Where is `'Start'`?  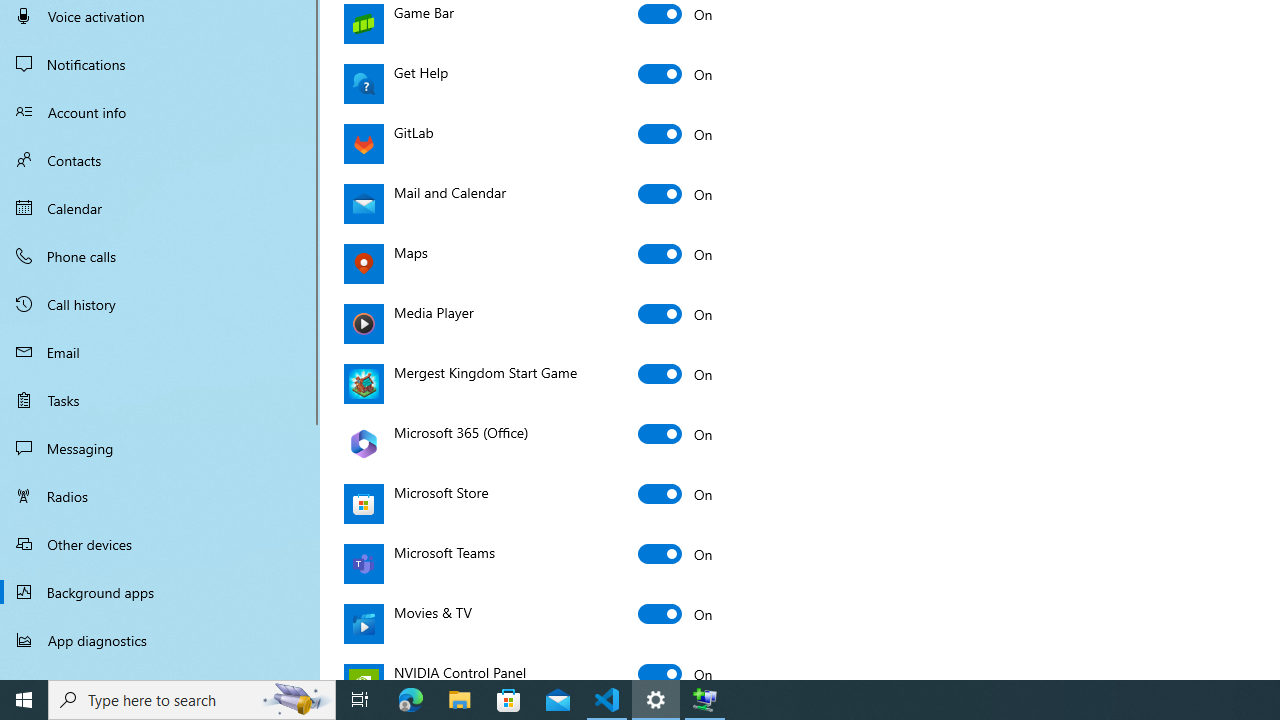 'Start' is located at coordinates (24, 698).